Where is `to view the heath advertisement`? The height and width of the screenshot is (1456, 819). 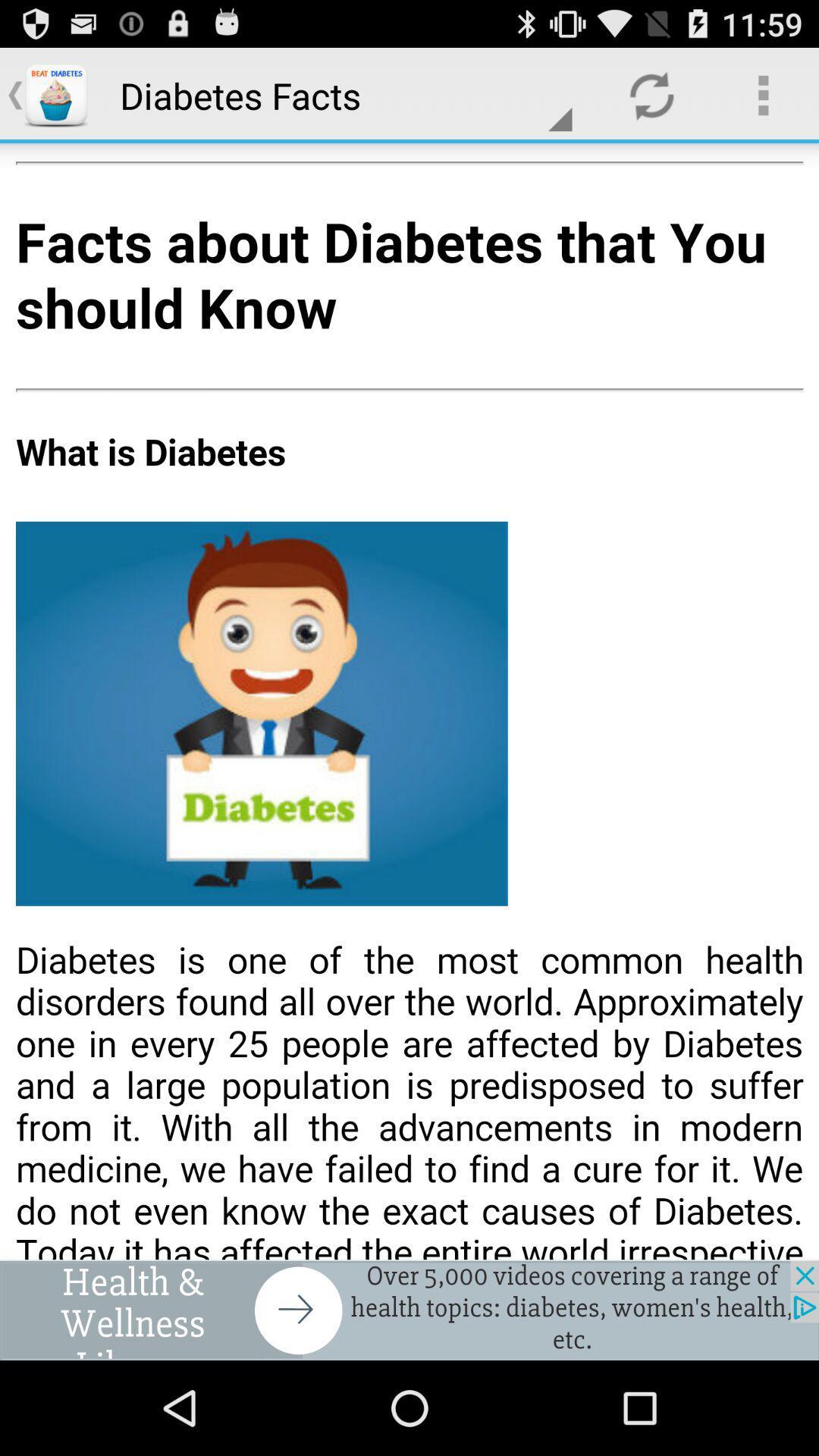 to view the heath advertisement is located at coordinates (409, 1310).